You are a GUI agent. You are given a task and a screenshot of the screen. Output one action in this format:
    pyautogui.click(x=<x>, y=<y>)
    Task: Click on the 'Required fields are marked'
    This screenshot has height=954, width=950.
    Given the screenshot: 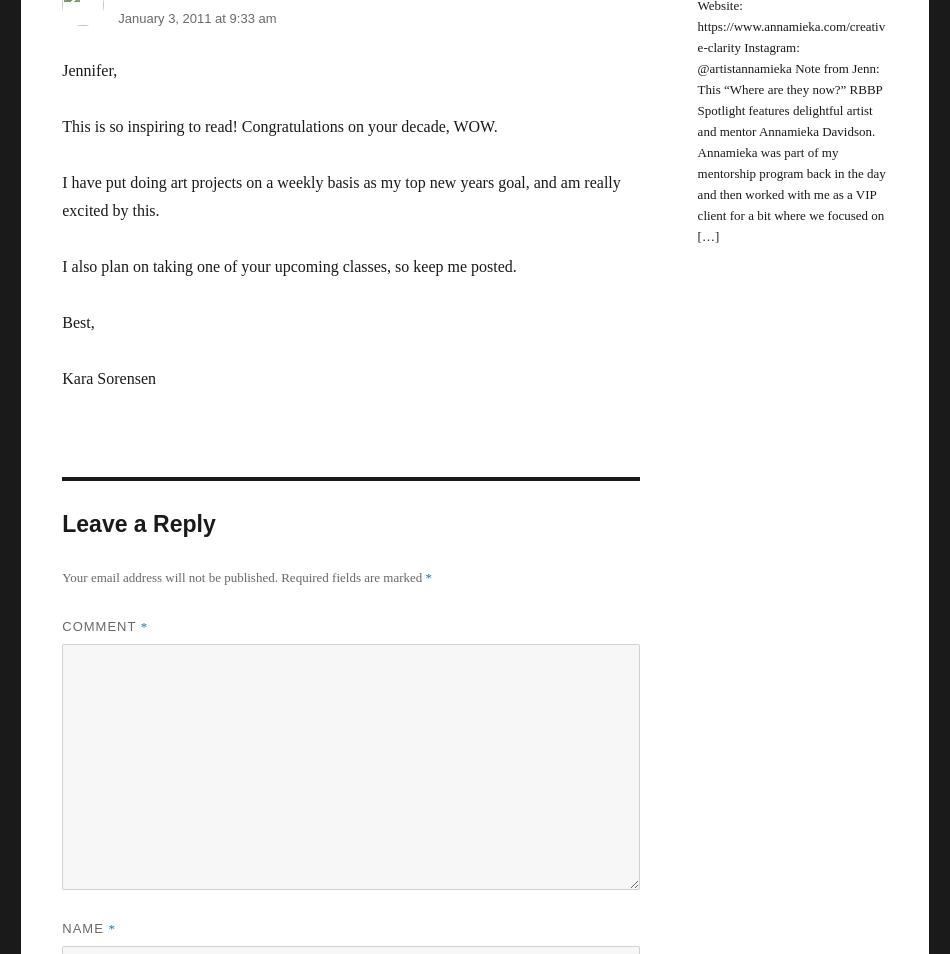 What is the action you would take?
    pyautogui.click(x=352, y=576)
    